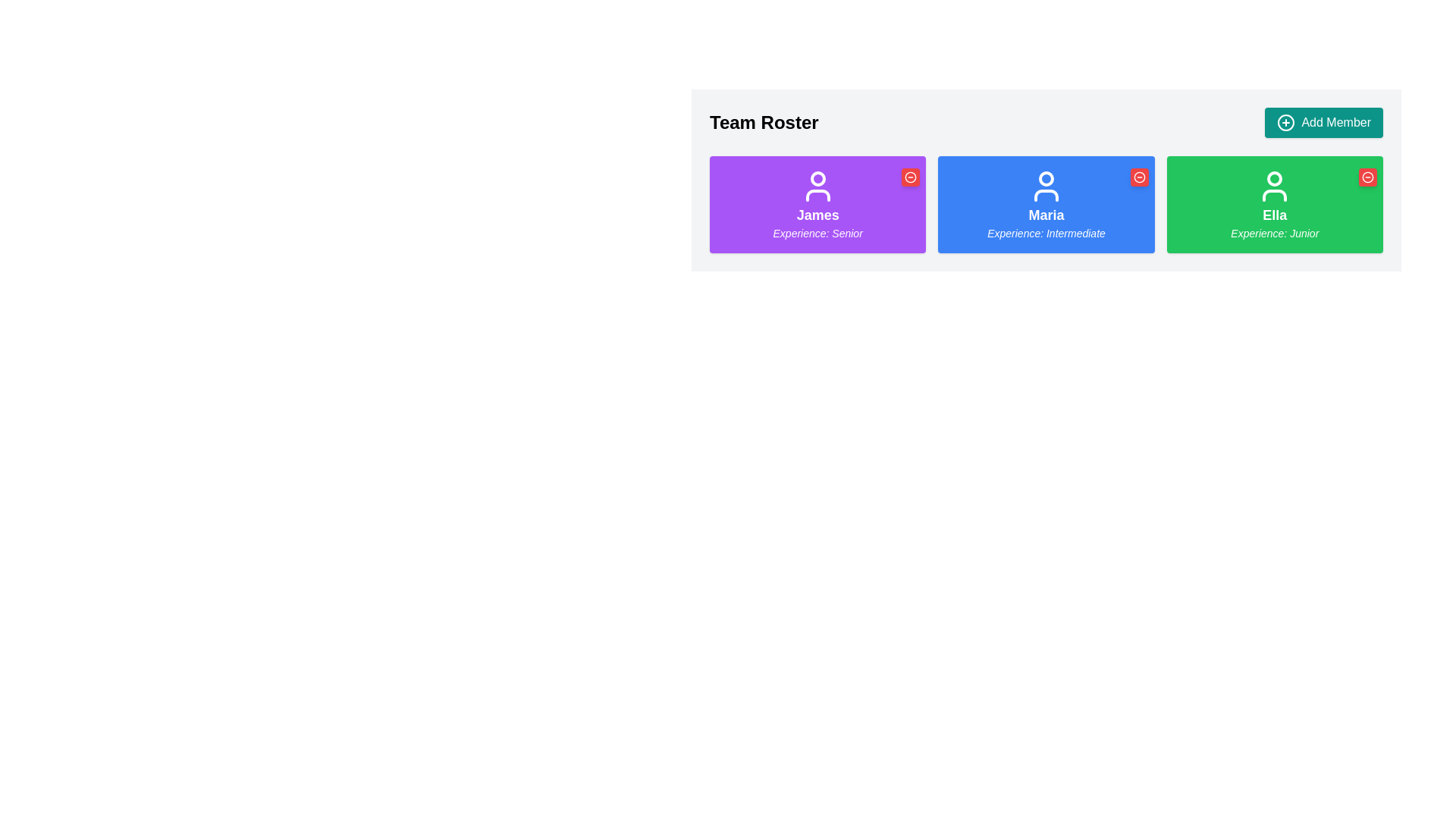 This screenshot has height=819, width=1456. I want to click on the small circular red button with a minus symbol inside, located at the top-right corner of the card dedicated to 'Maria', so click(1139, 177).